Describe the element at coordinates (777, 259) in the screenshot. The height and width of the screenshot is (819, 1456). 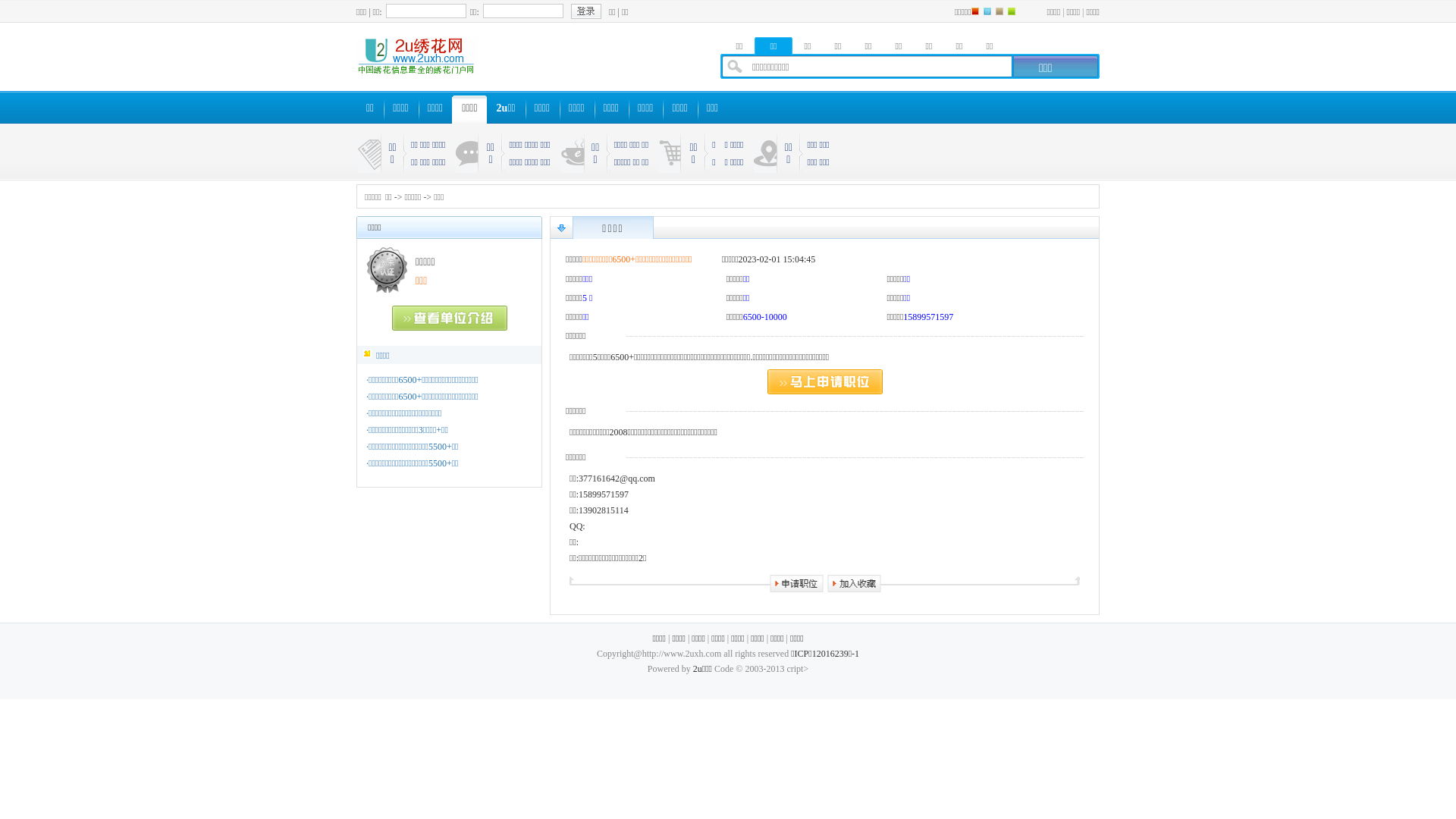
I see `'2023-02-01 15:04:45'` at that location.